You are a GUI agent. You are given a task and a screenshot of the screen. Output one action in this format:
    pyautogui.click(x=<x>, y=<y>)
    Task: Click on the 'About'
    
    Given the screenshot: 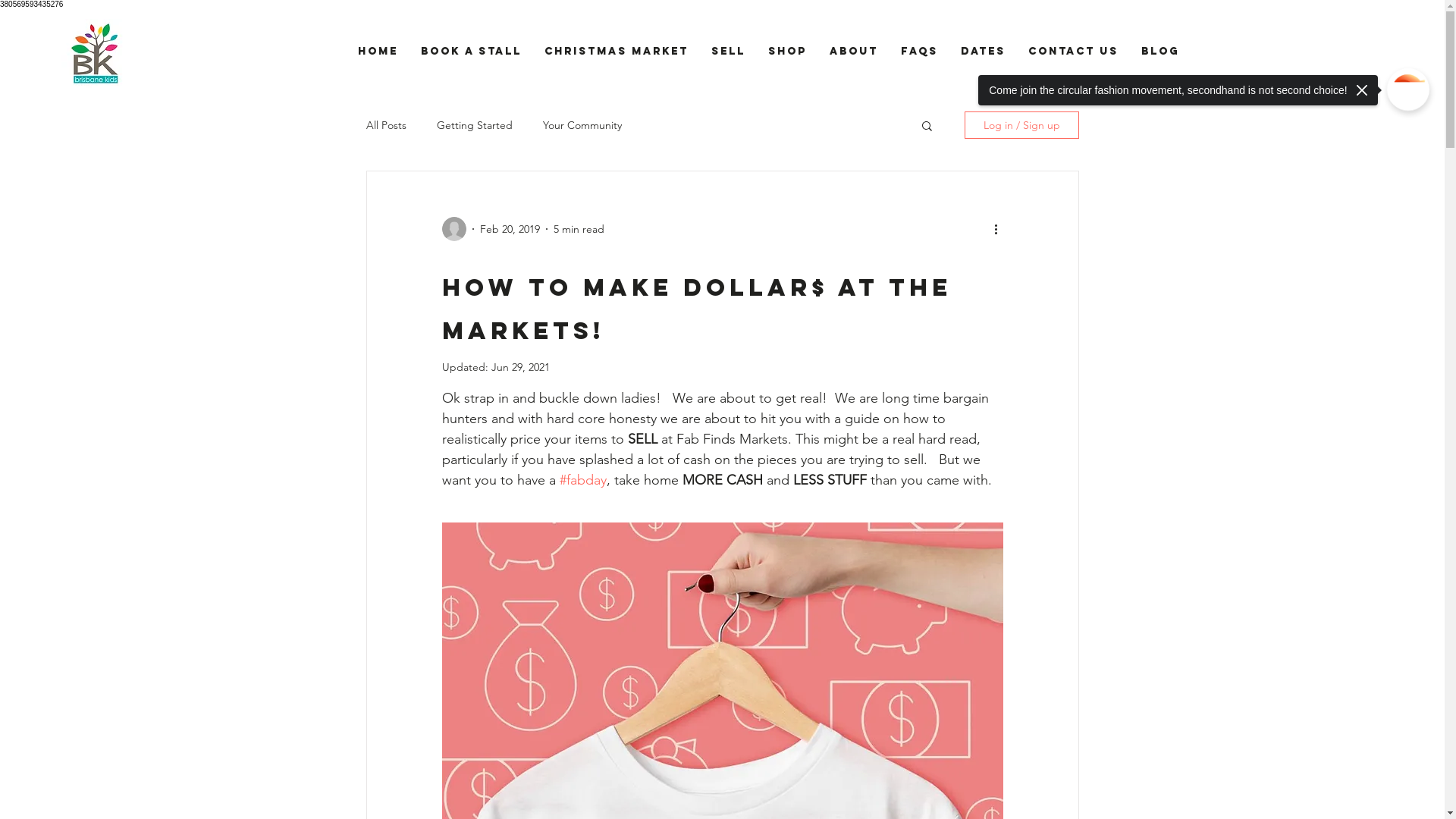 What is the action you would take?
    pyautogui.click(x=852, y=51)
    